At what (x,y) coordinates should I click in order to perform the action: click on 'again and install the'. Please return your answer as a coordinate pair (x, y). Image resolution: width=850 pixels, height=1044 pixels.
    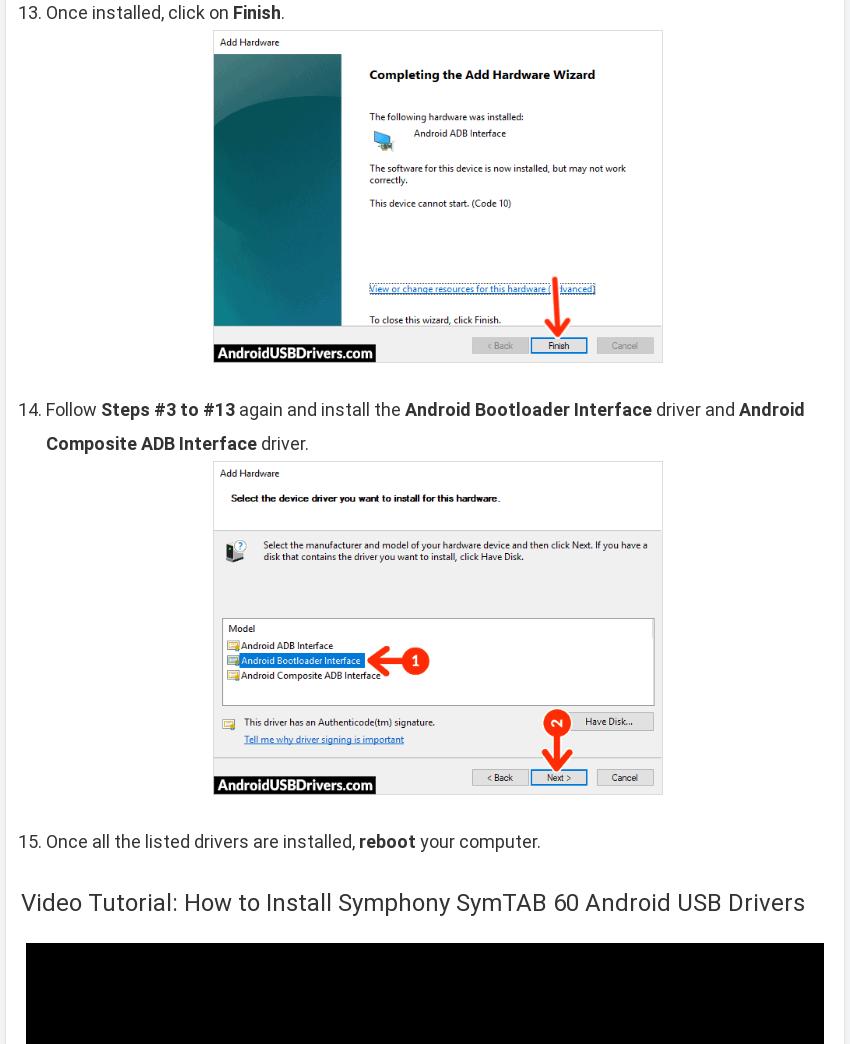
    Looking at the image, I should click on (320, 408).